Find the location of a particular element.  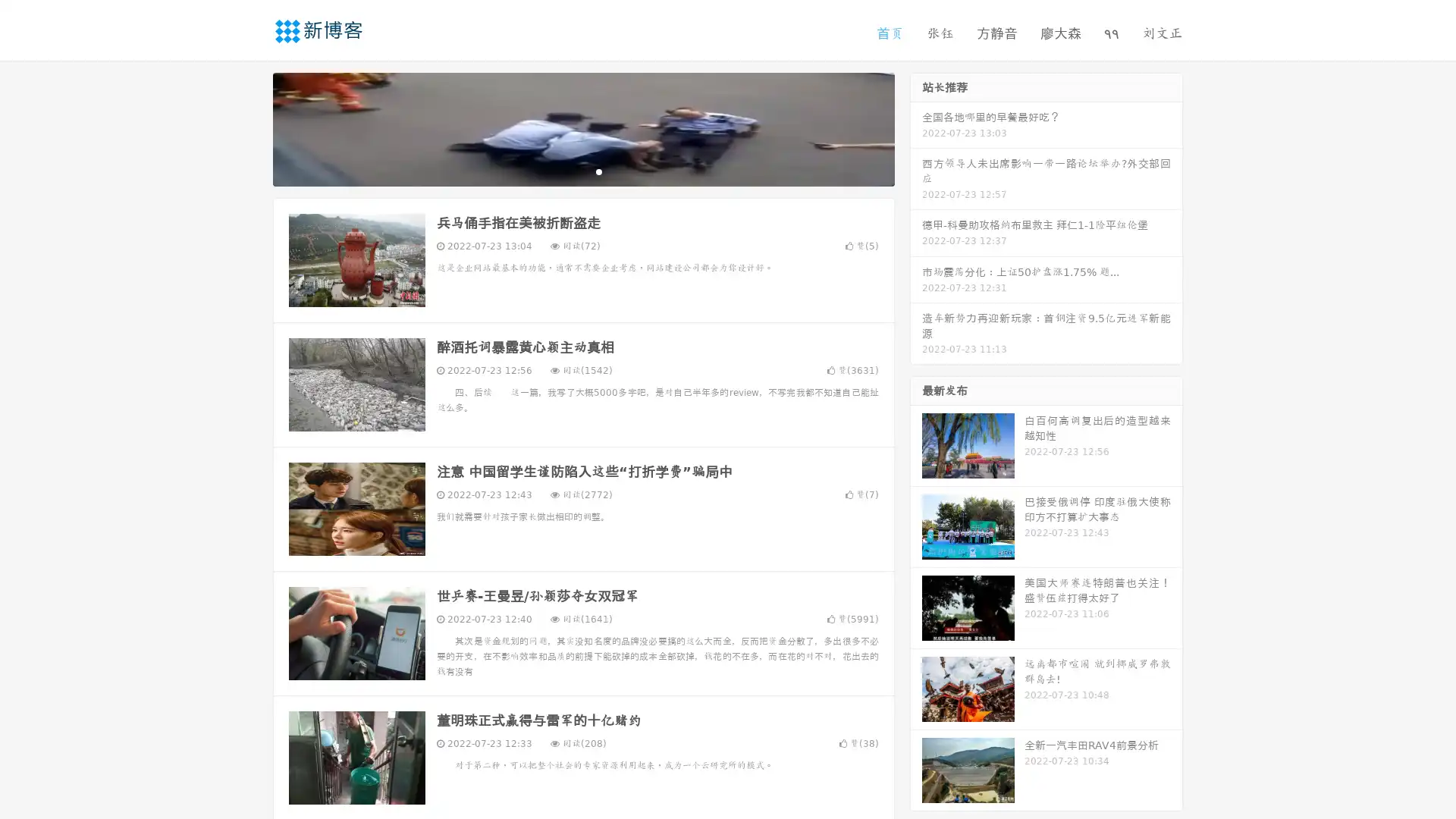

Go to slide 1 is located at coordinates (567, 171).